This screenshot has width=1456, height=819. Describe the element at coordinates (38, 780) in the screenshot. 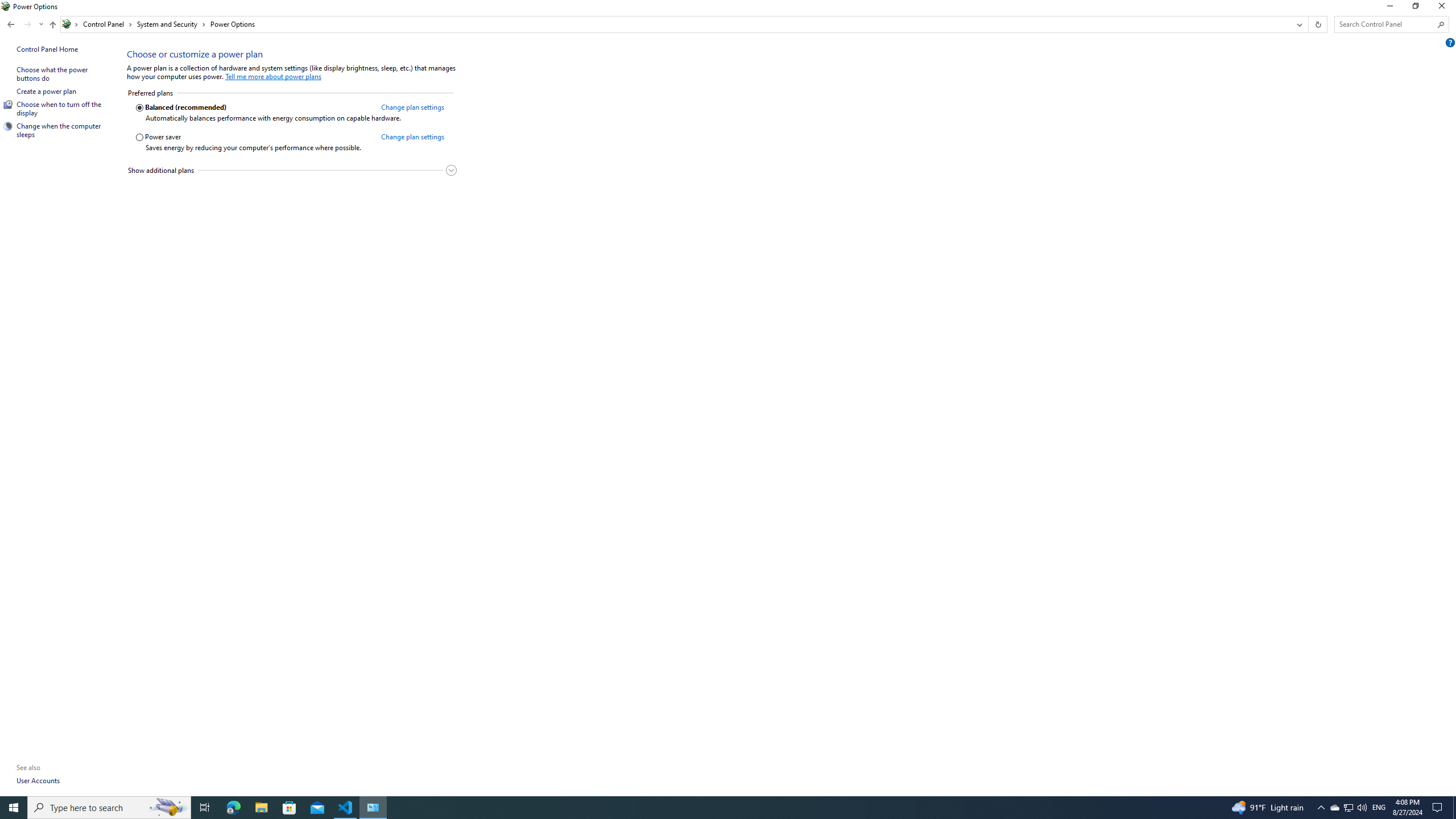

I see `'User Accounts'` at that location.